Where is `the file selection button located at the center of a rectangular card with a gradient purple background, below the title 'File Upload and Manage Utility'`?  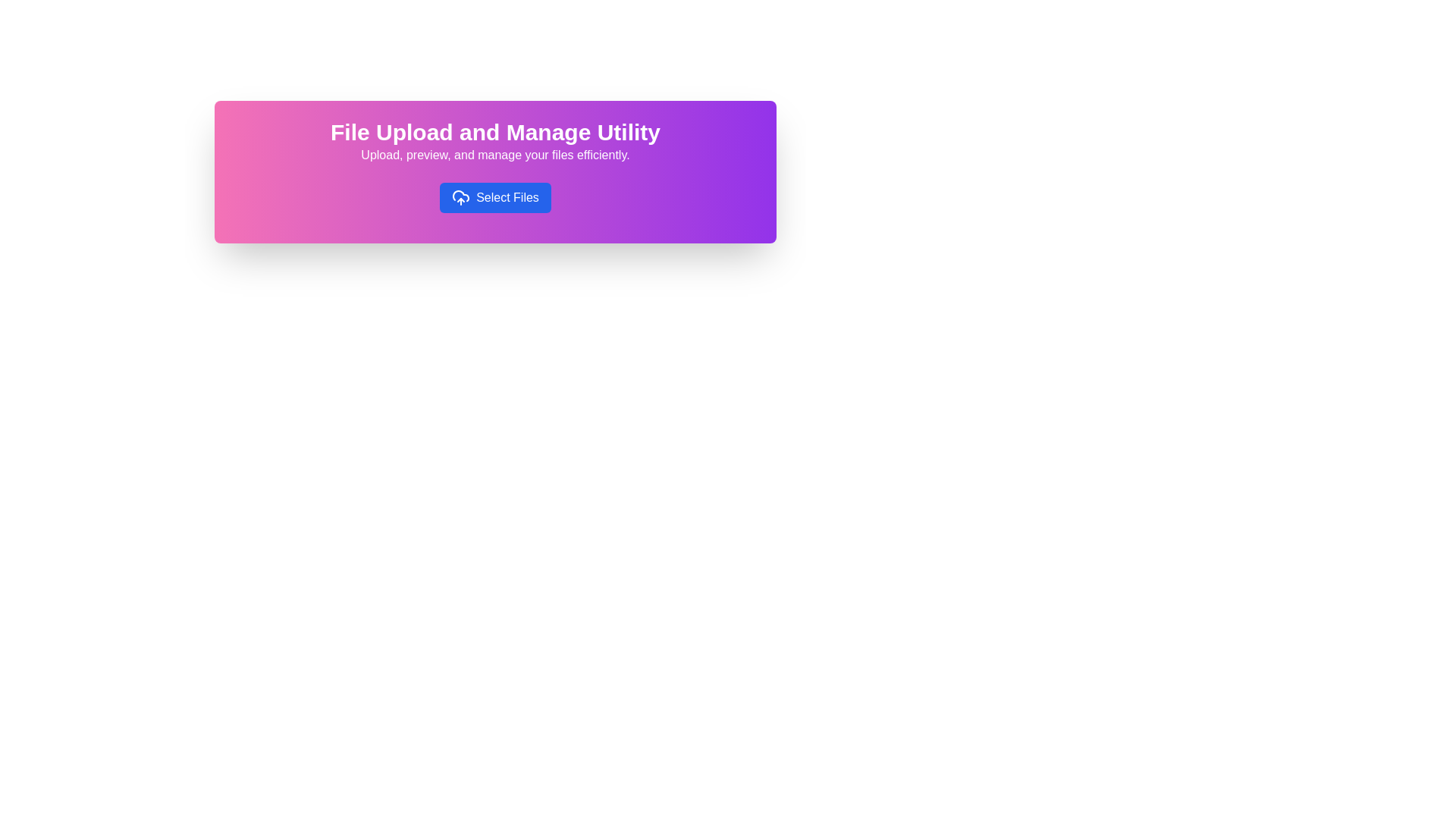 the file selection button located at the center of a rectangular card with a gradient purple background, below the title 'File Upload and Manage Utility' is located at coordinates (495, 197).